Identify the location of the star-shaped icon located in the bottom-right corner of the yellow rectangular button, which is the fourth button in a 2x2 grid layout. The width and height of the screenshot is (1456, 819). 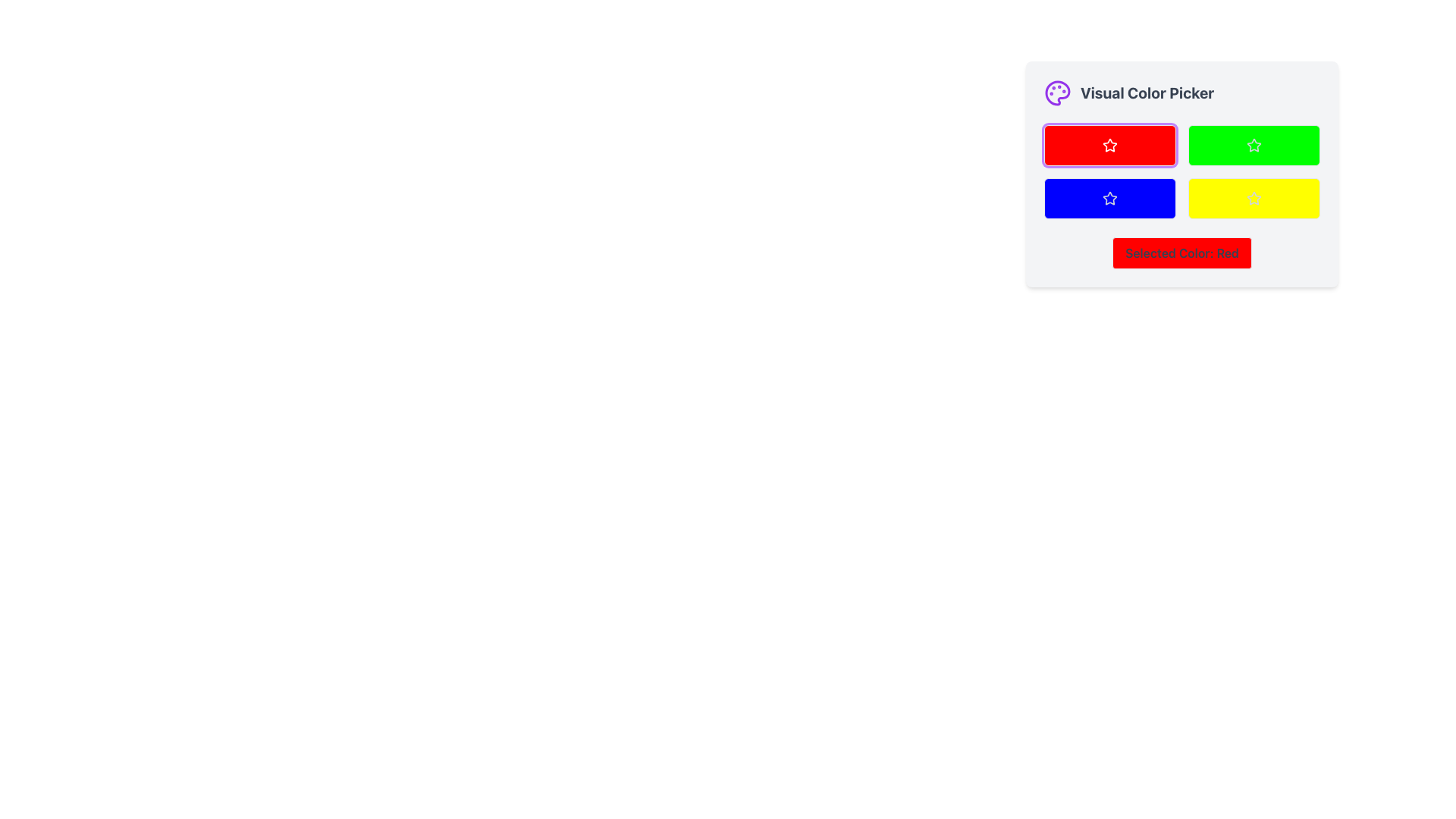
(1254, 198).